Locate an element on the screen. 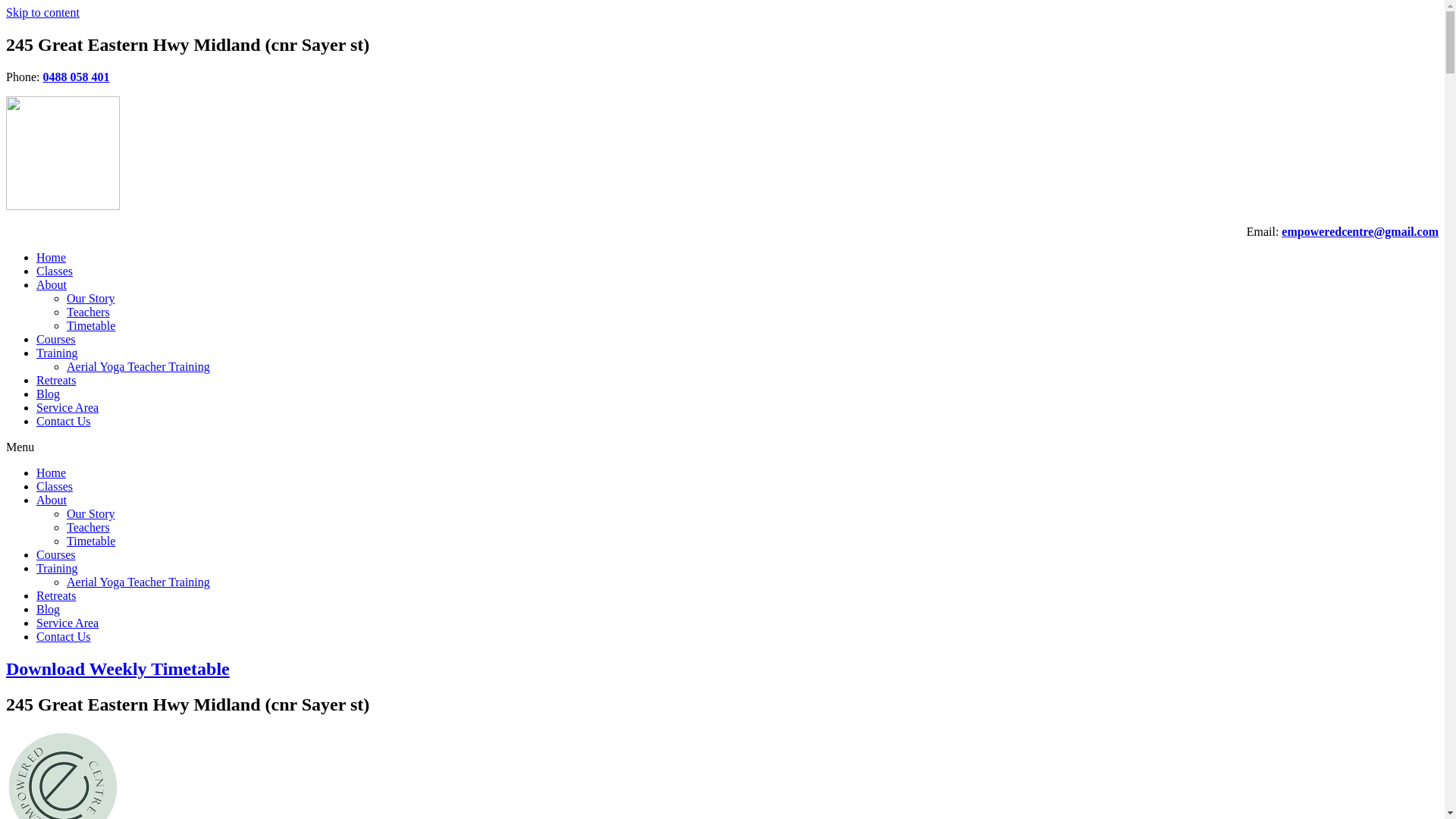 The image size is (1456, 819). 'Teachers' is located at coordinates (65, 526).